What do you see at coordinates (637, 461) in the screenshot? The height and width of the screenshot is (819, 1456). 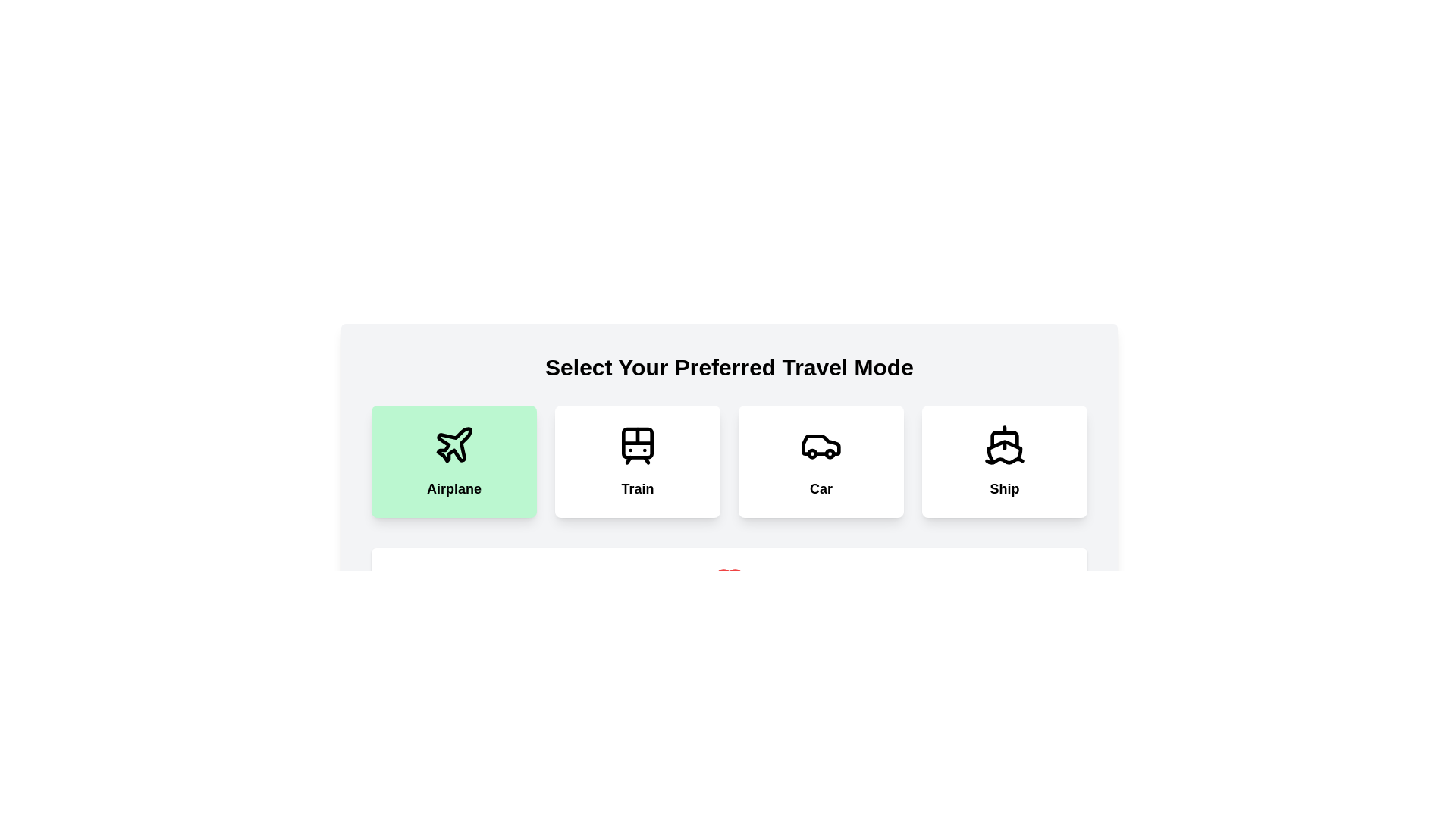 I see `the 'Train' interactive card to observe the hover effects, which is the second card in a row of travel options` at bounding box center [637, 461].